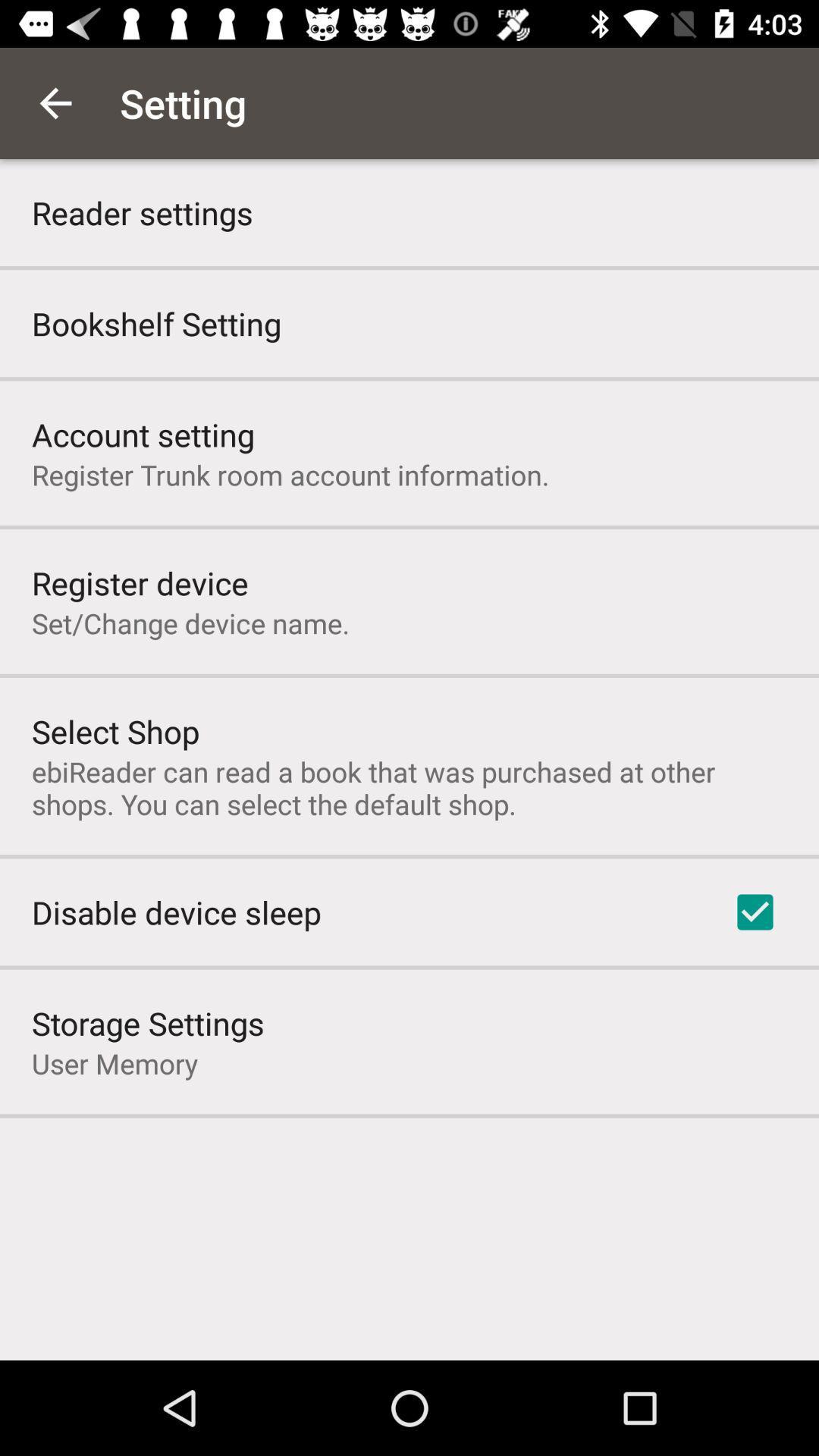 This screenshot has width=819, height=1456. I want to click on storage settings icon, so click(148, 1023).